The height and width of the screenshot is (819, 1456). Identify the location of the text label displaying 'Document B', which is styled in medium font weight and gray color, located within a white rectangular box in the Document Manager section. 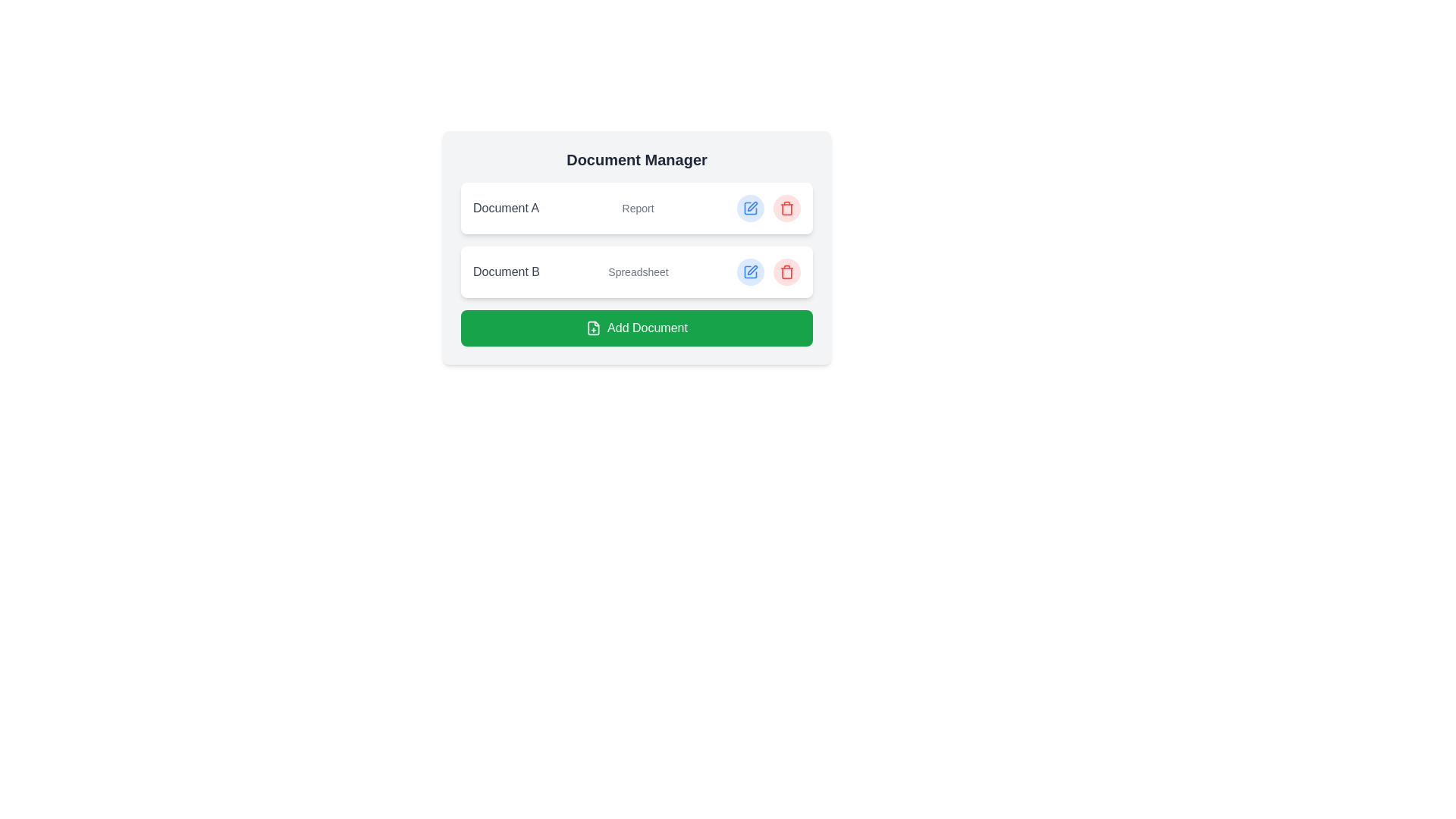
(506, 271).